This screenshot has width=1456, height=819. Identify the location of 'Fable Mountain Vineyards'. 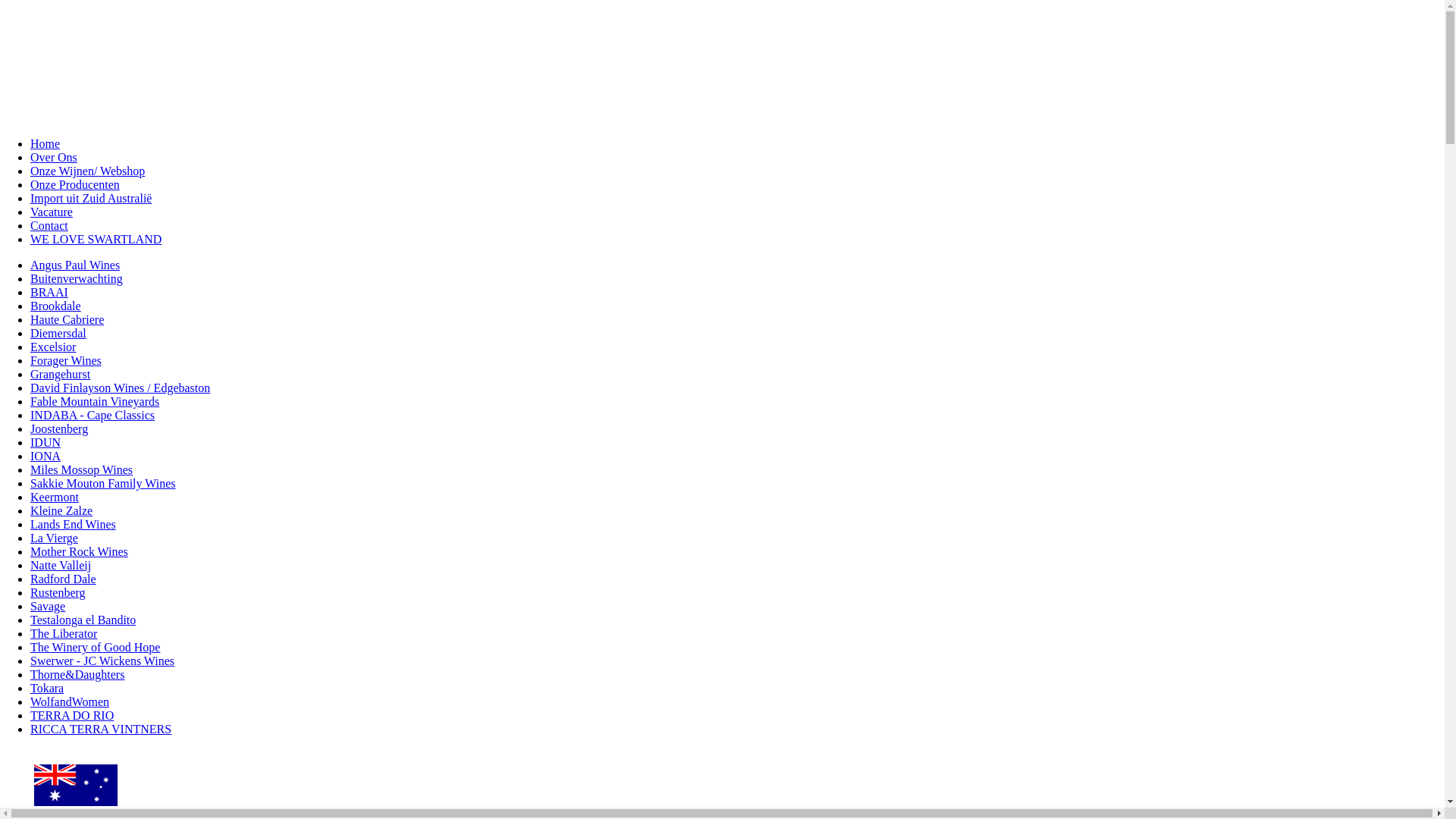
(30, 400).